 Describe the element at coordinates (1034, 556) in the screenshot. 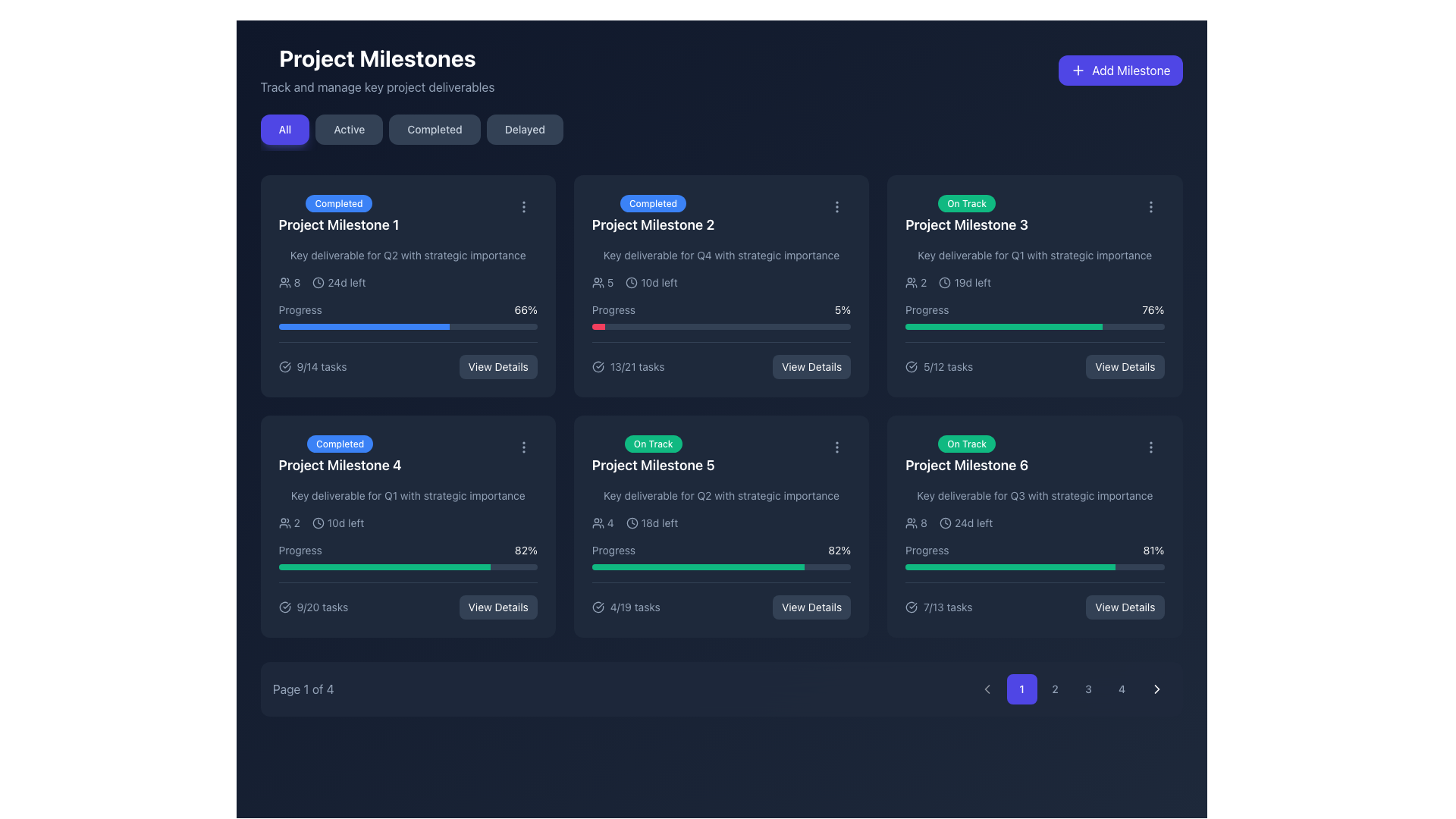

I see `the completion progress of the 'Project Milestone 6' by visually inspecting the progress bar located in the bottom-right corner of the project card` at that location.